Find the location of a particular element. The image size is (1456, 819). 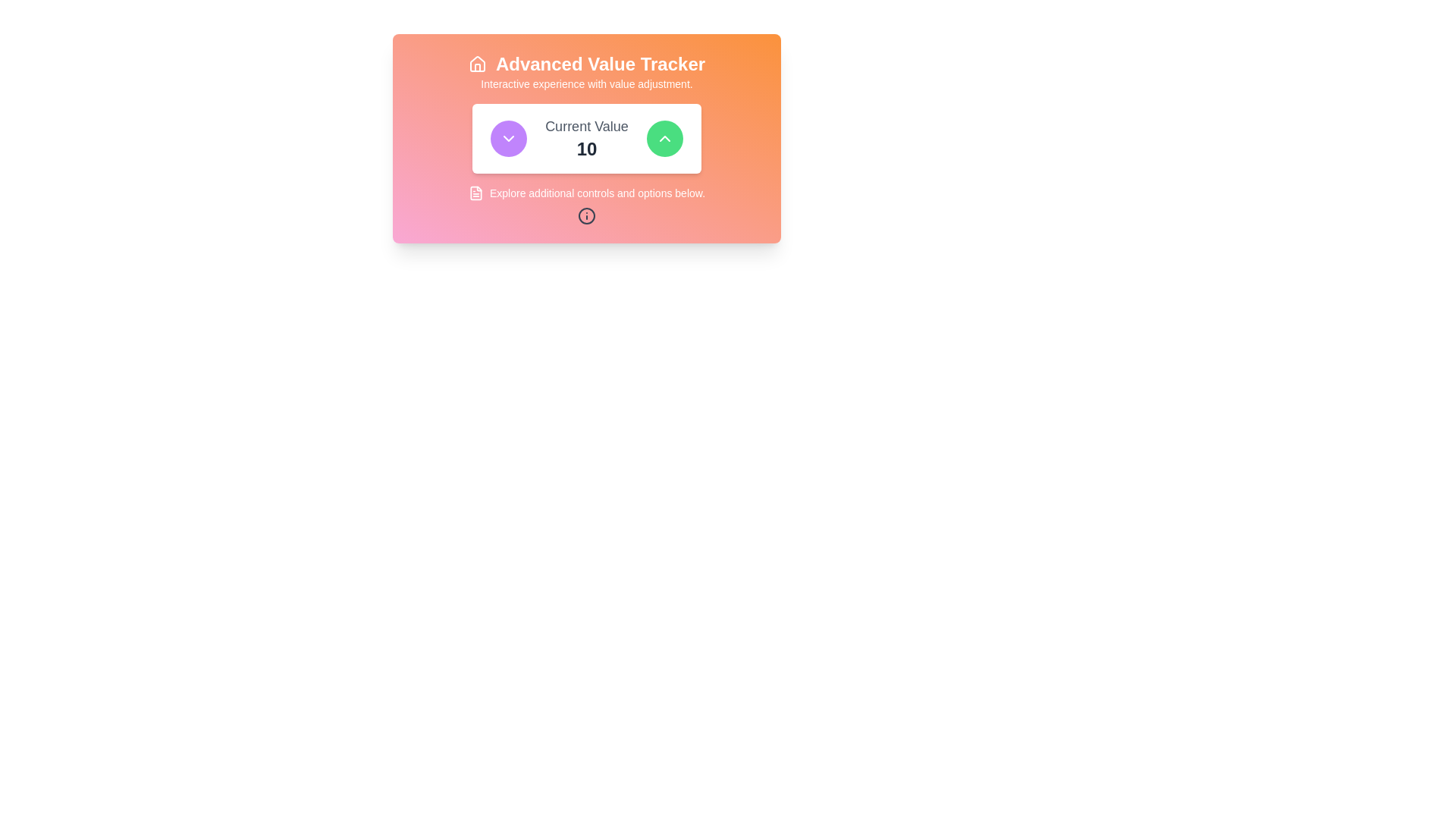

the decorative icon located to the left of the 'Explore additional controls and options below.' text in the footer is located at coordinates (475, 192).